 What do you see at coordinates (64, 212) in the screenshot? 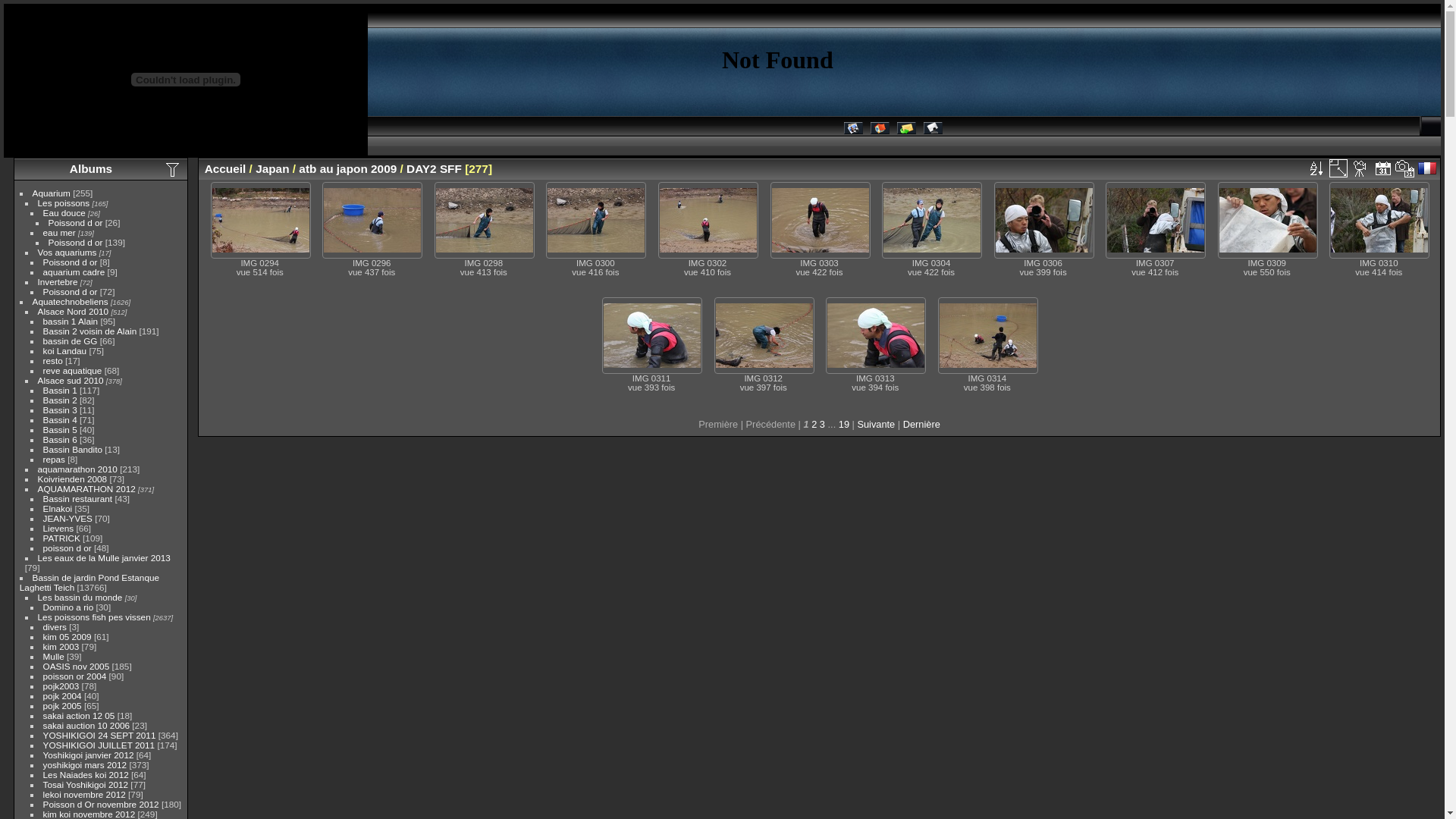
I see `'Eau douce'` at bounding box center [64, 212].